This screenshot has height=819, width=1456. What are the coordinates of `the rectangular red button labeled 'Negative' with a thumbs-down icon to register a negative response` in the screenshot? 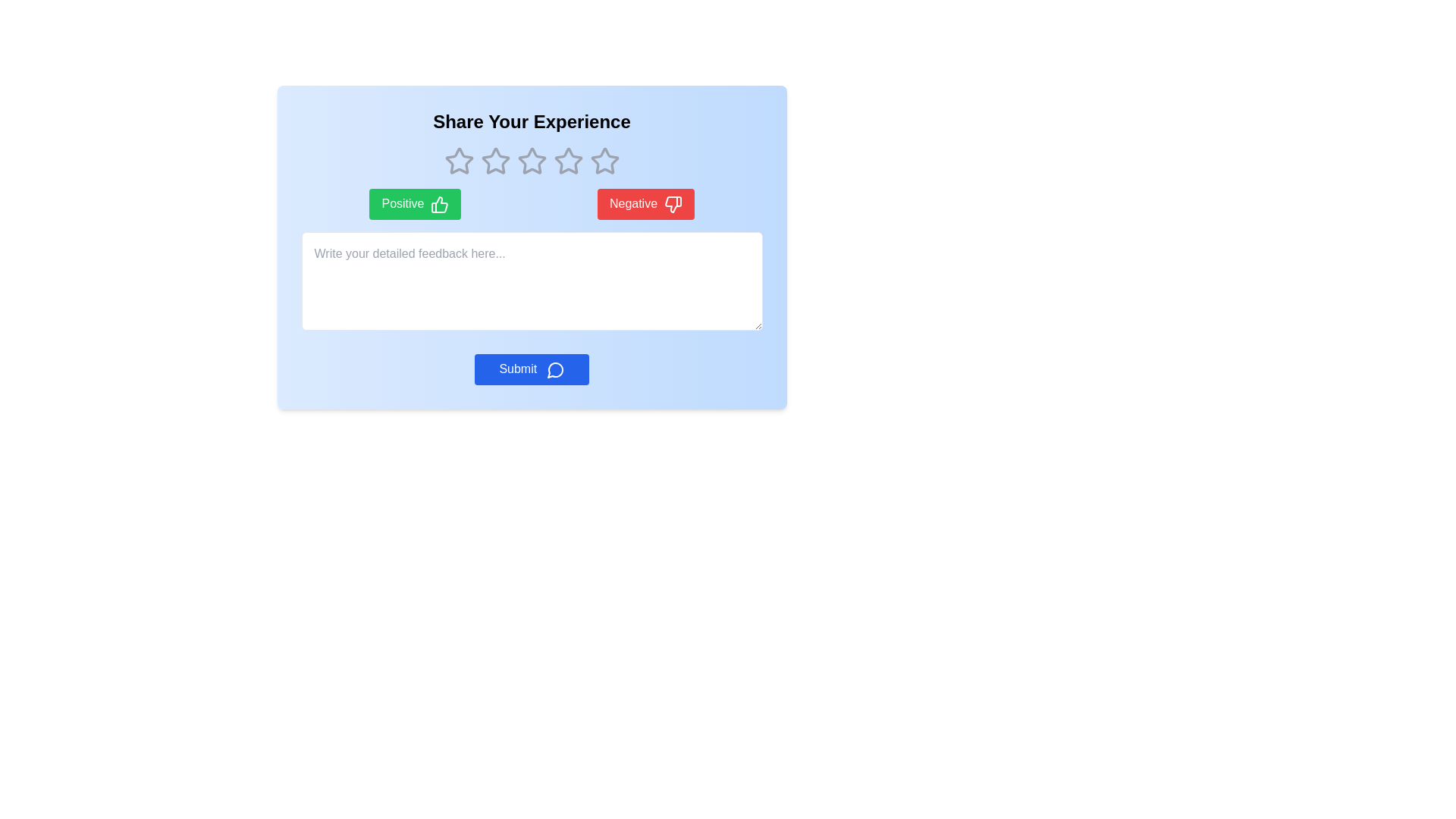 It's located at (645, 203).